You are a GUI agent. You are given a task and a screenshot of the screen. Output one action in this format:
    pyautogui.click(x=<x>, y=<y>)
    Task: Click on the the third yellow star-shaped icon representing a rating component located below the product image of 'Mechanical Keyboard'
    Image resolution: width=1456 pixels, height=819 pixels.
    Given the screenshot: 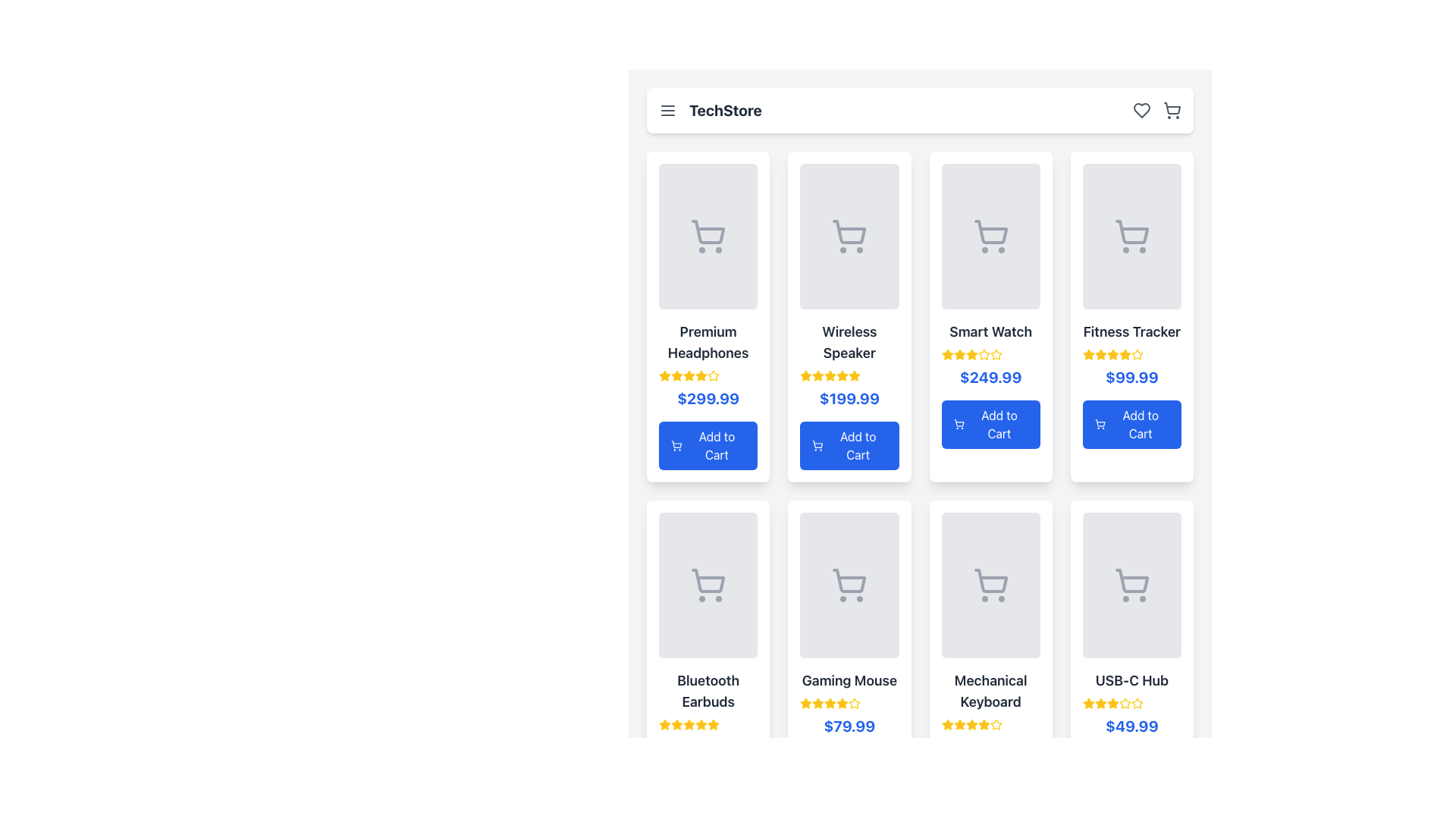 What is the action you would take?
    pyautogui.click(x=946, y=723)
    